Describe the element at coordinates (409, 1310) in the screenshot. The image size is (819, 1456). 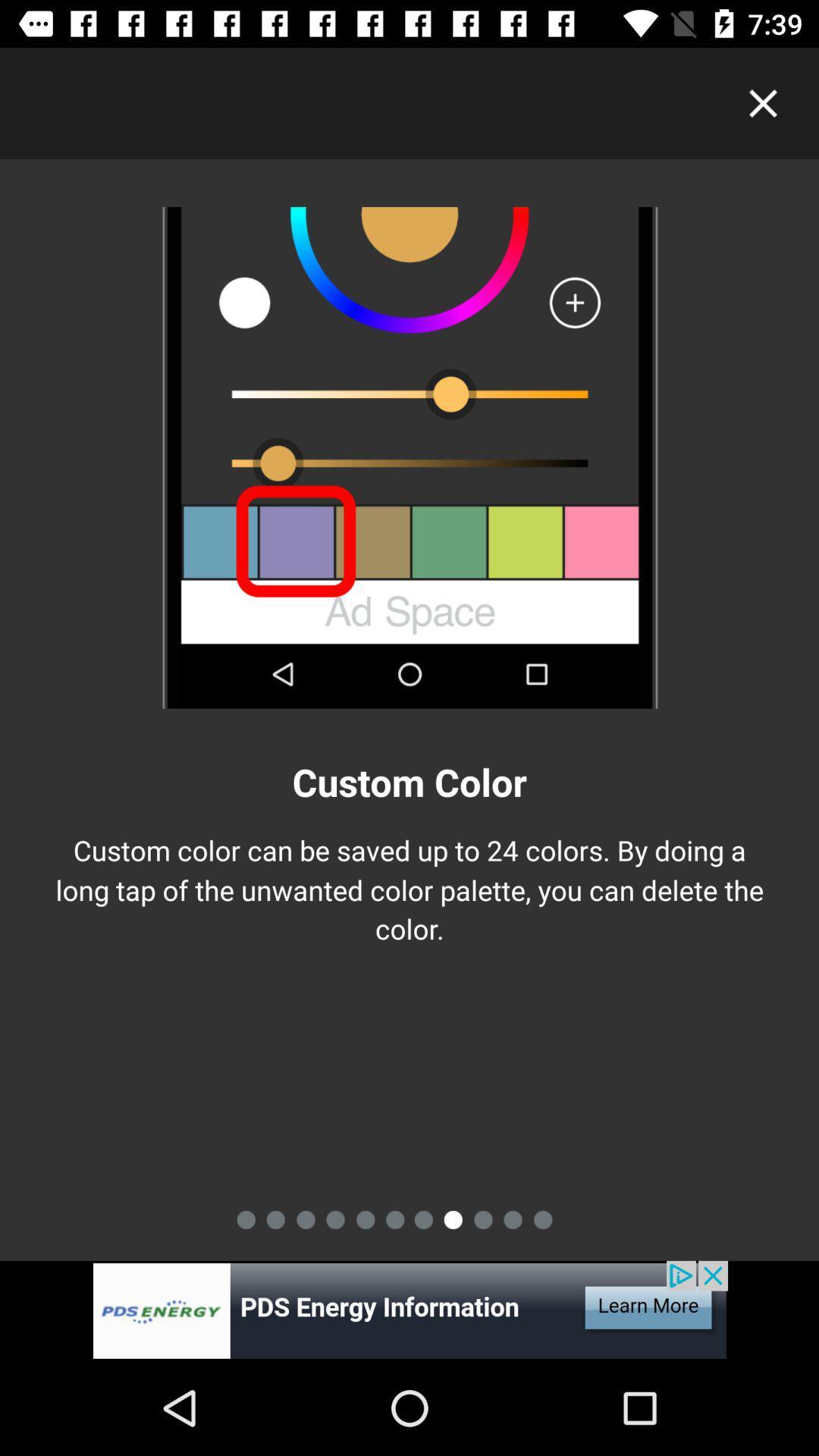
I see `advertisement` at that location.